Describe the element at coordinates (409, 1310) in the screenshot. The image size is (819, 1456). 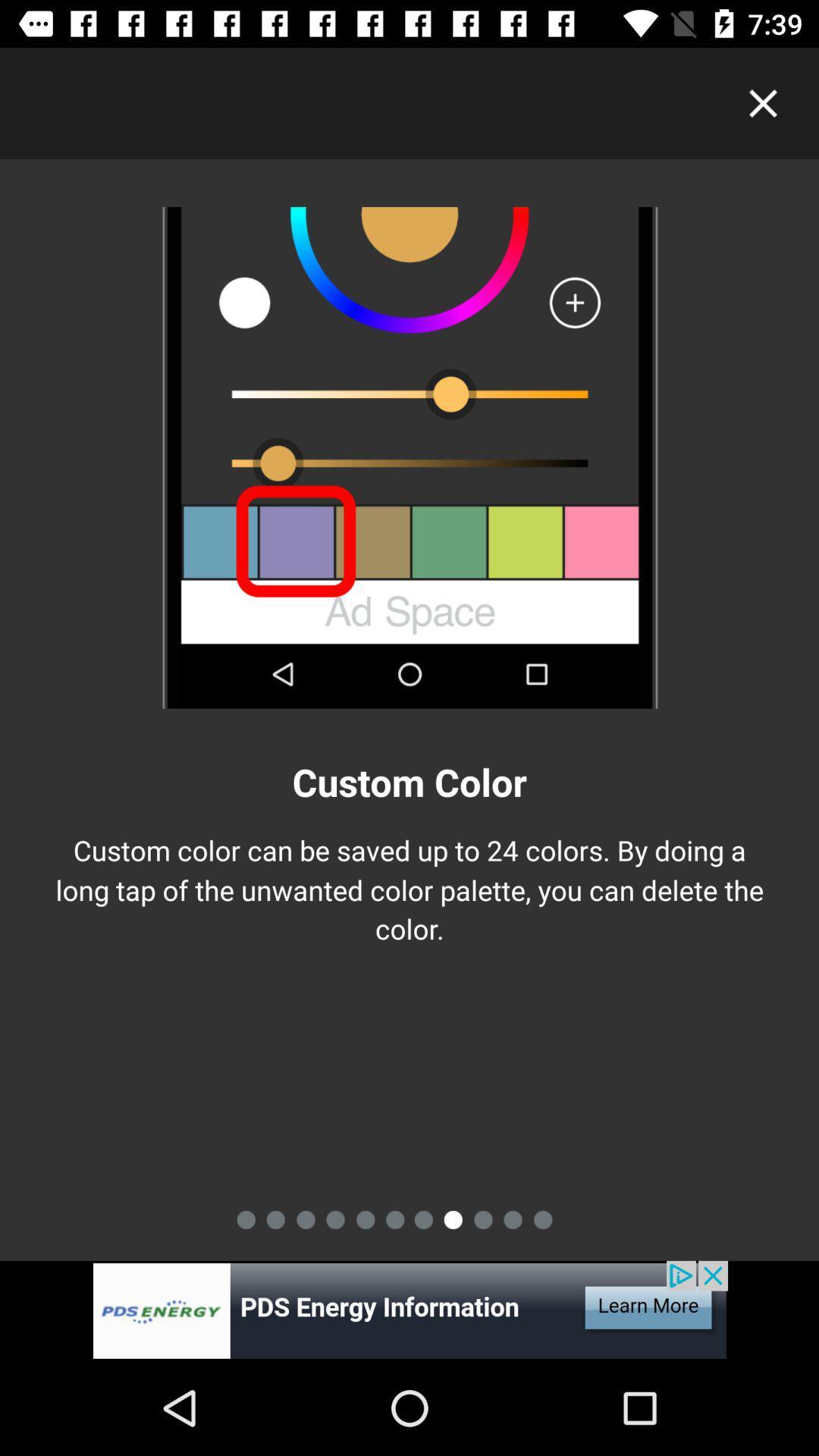
I see `advertisement` at that location.